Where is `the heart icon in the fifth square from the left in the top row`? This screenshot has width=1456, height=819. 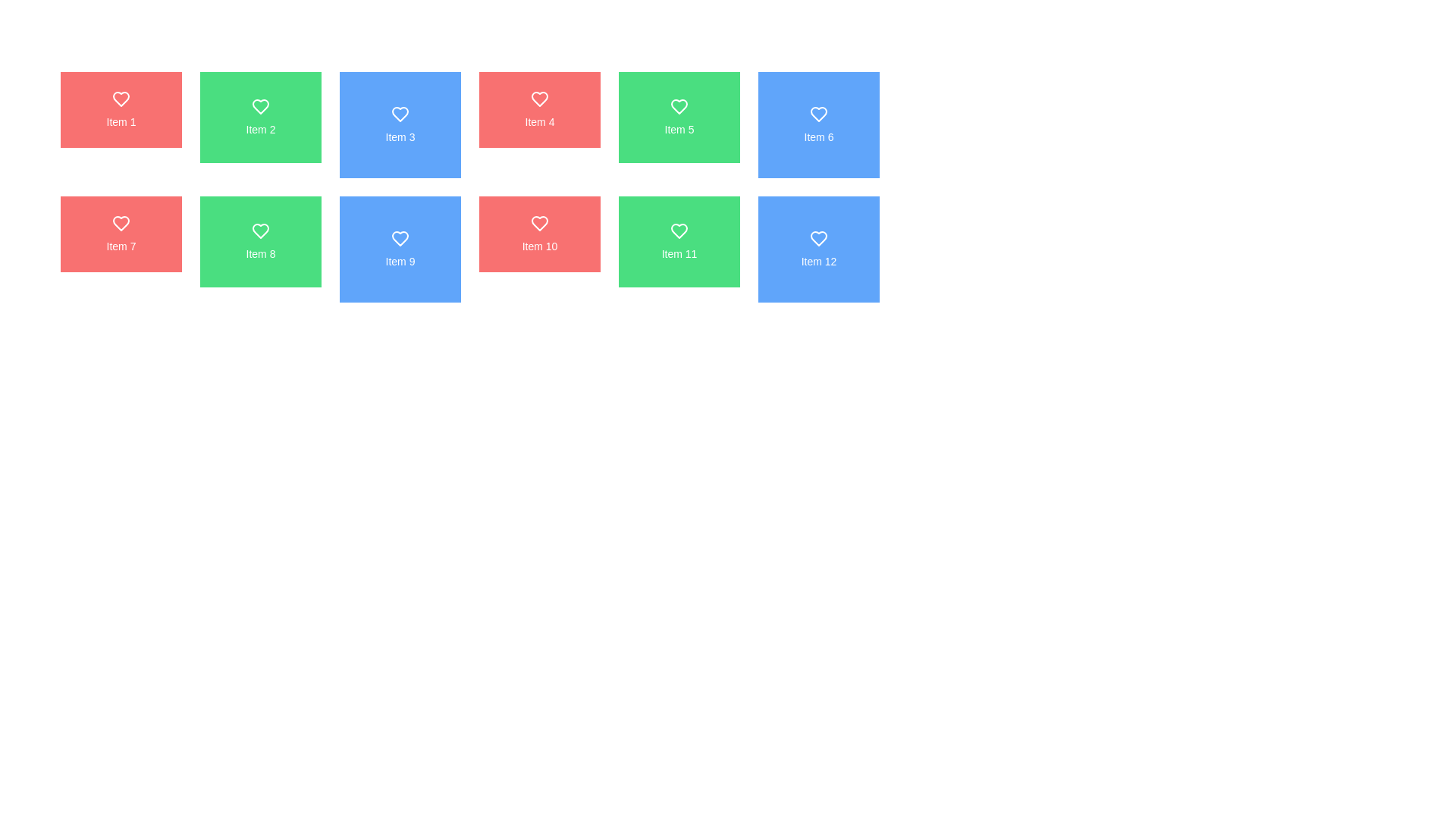 the heart icon in the fifth square from the left in the top row is located at coordinates (679, 106).